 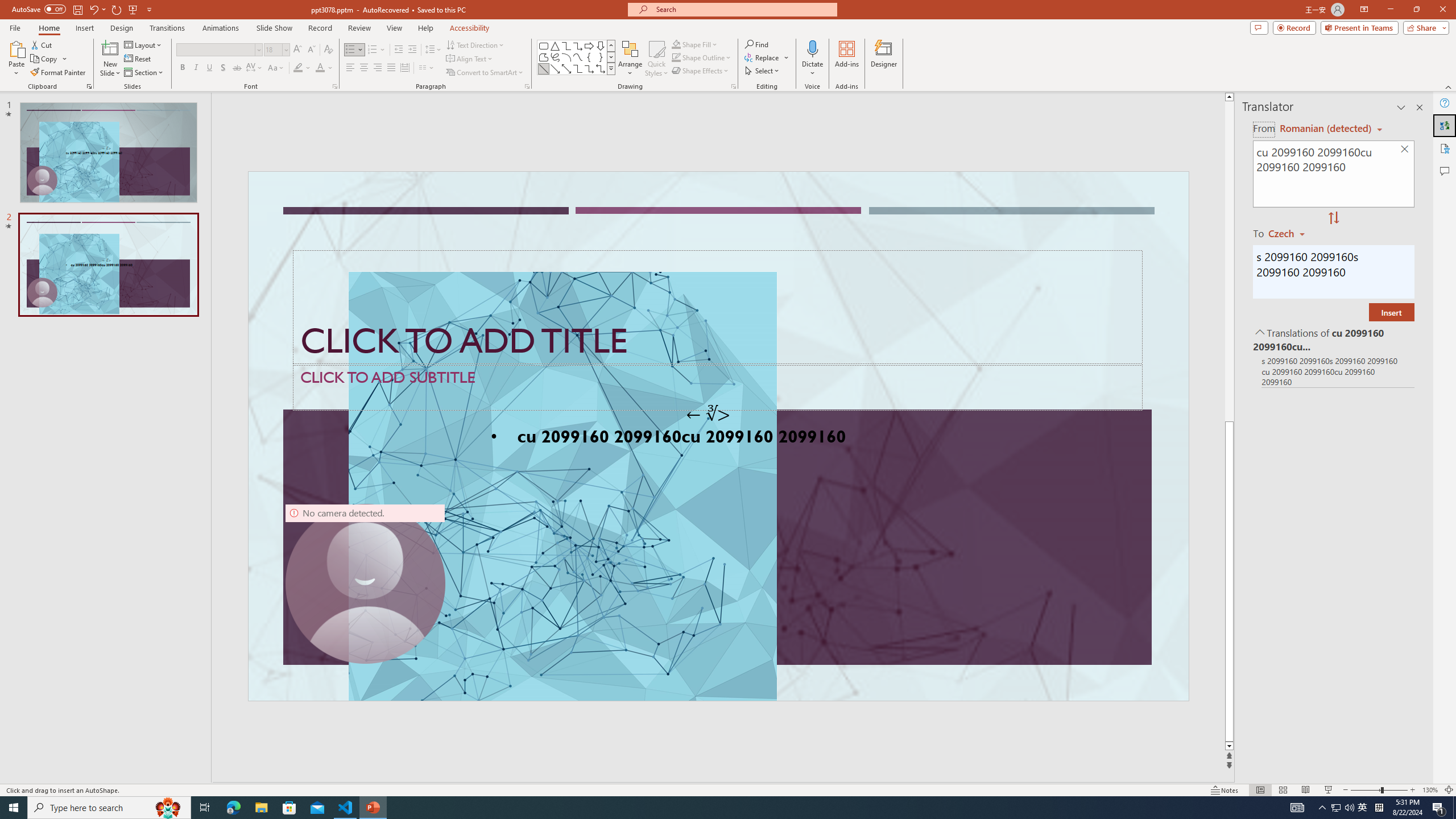 I want to click on 'Translations of cu 2099160 2099160cu 2099160 2099160', so click(x=1333, y=338).